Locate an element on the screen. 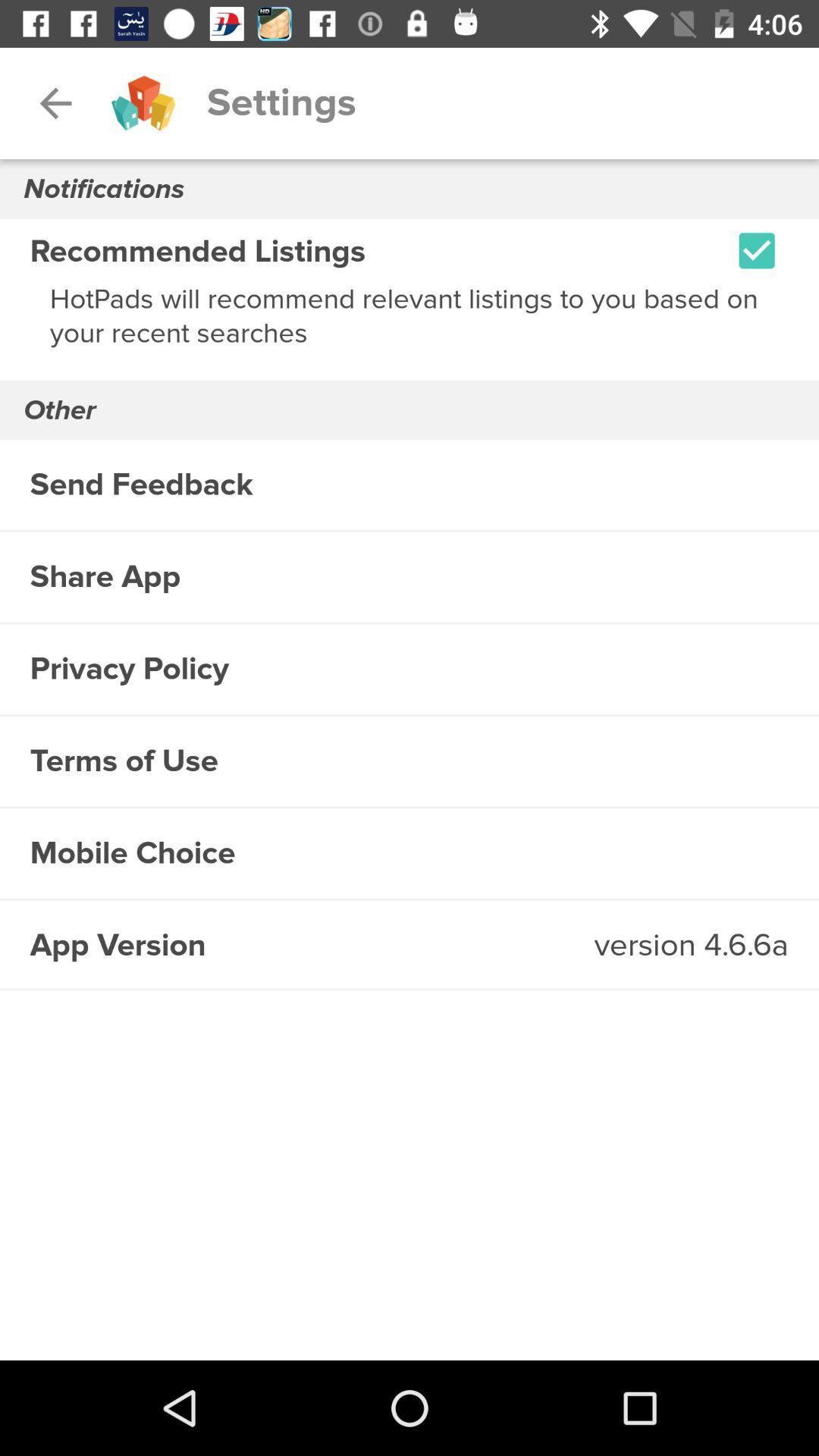  the item below other icon is located at coordinates (409, 484).